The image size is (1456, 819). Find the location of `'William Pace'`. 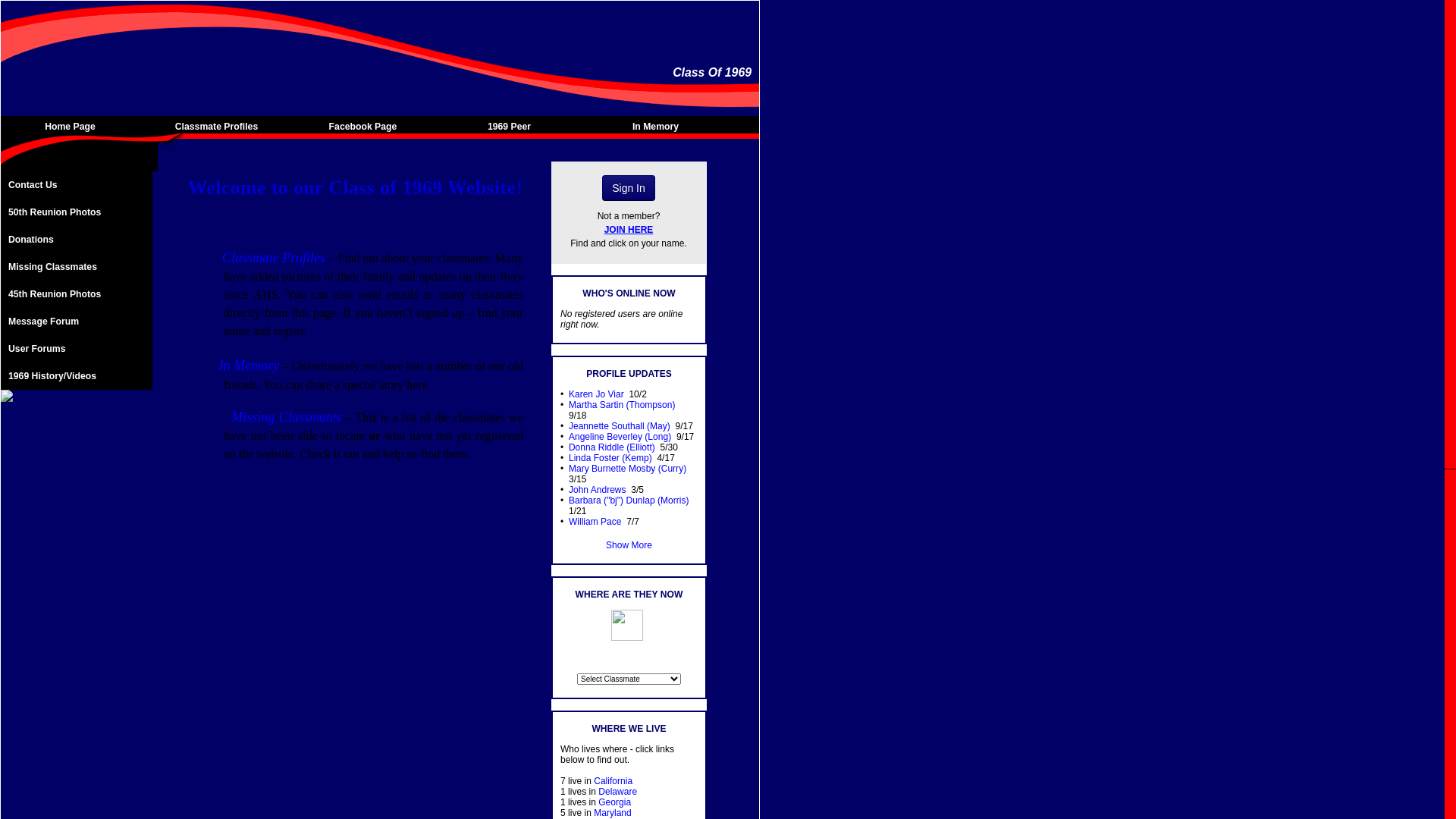

'William Pace' is located at coordinates (595, 520).